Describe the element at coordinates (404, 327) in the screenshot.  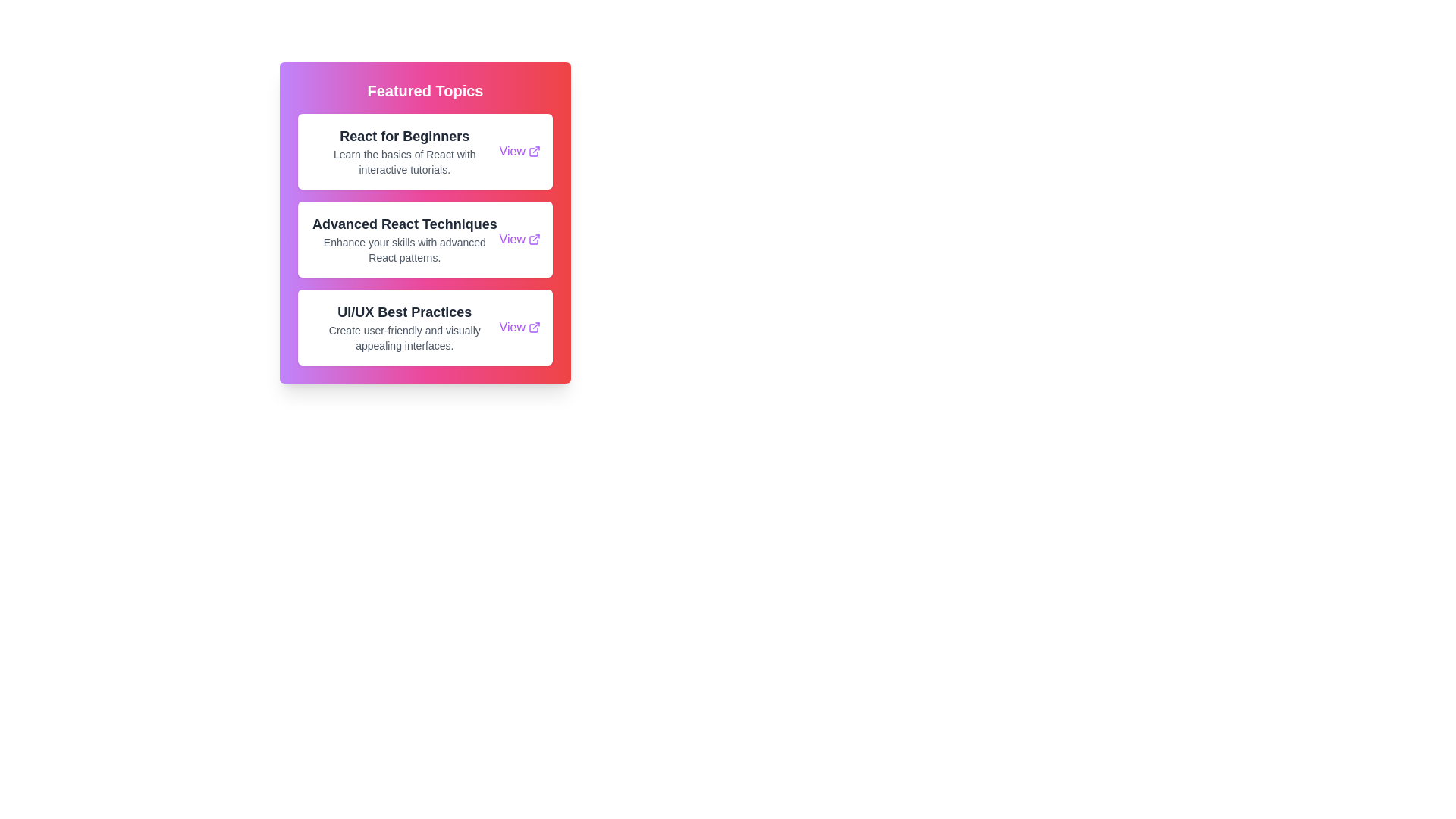
I see `the text content that states 'UI/UX Best Practices' and 'Create user-friendly and visually appealing interfaces,' which is the third item in a vertical list of boxes` at that location.